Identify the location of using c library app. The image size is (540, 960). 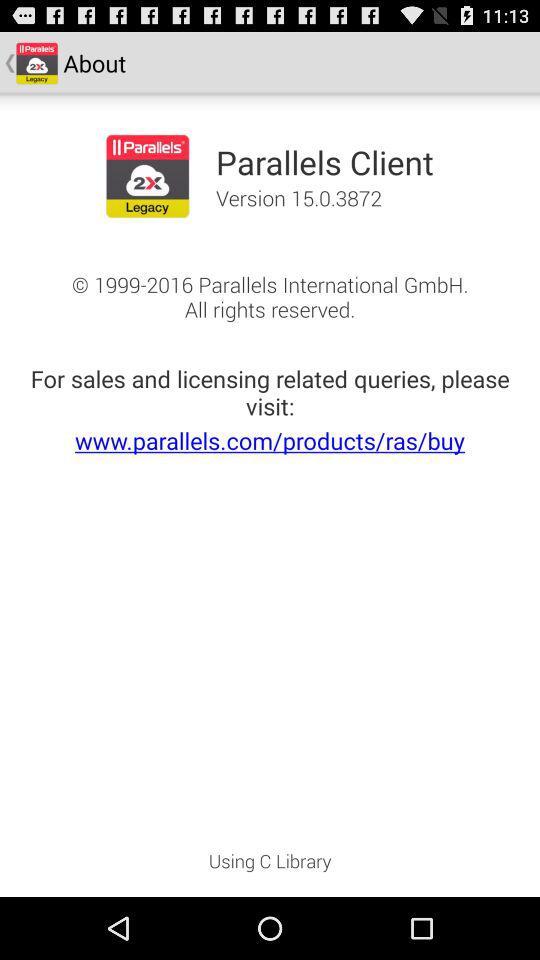
(270, 866).